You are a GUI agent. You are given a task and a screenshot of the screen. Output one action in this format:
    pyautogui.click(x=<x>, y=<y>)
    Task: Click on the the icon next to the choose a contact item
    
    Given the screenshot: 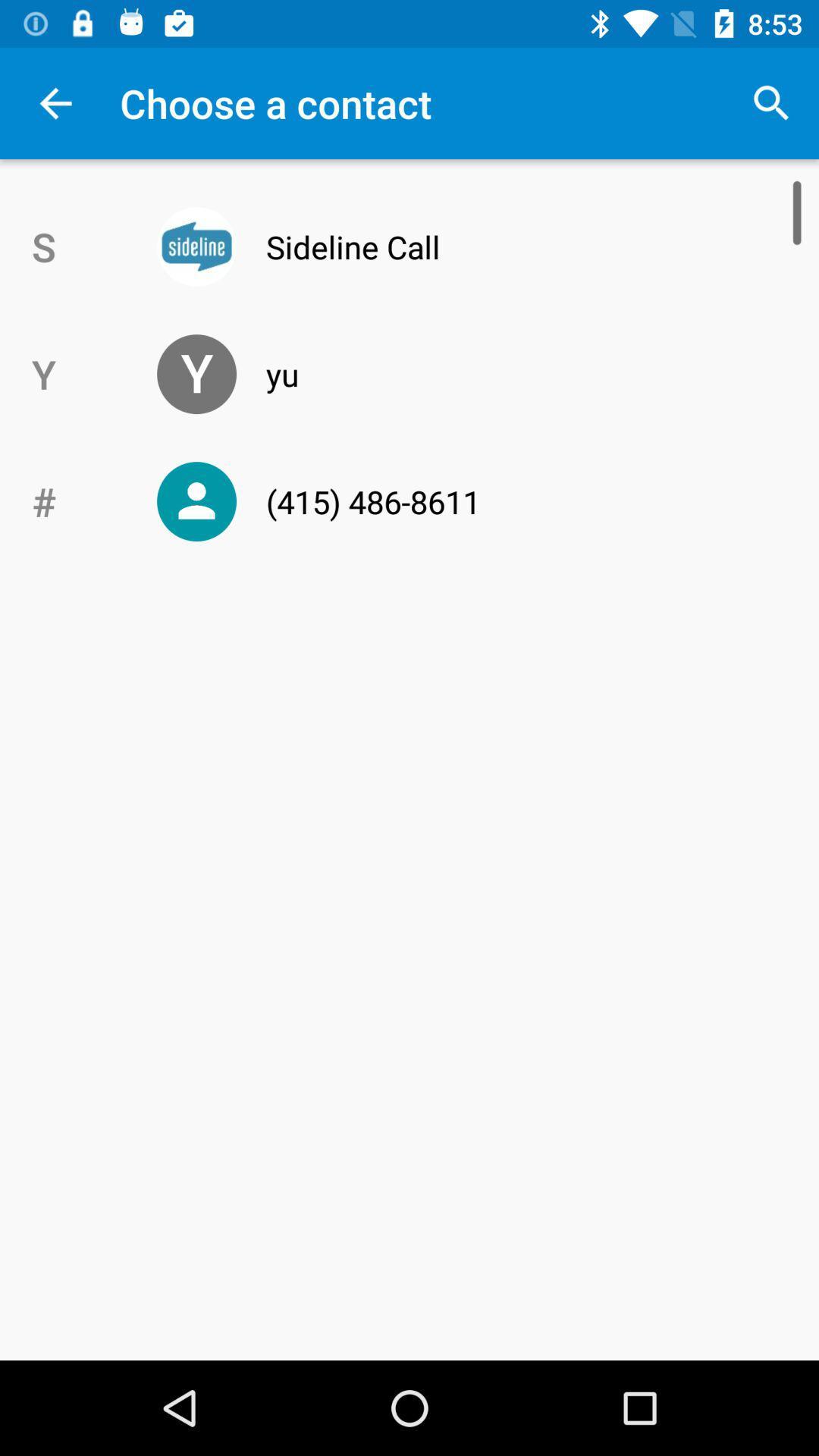 What is the action you would take?
    pyautogui.click(x=771, y=102)
    